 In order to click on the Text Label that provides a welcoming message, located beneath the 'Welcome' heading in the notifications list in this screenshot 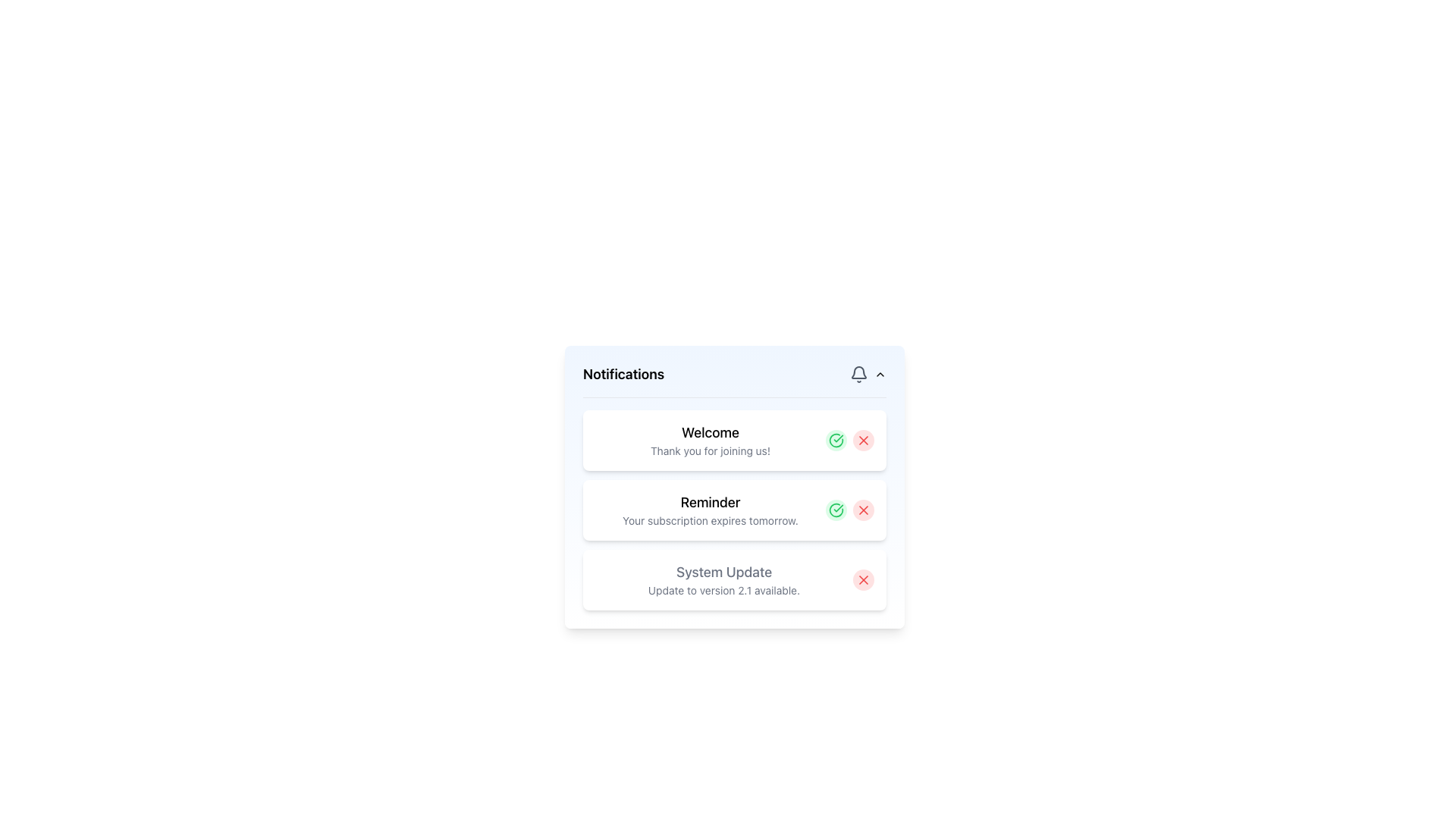, I will do `click(709, 450)`.